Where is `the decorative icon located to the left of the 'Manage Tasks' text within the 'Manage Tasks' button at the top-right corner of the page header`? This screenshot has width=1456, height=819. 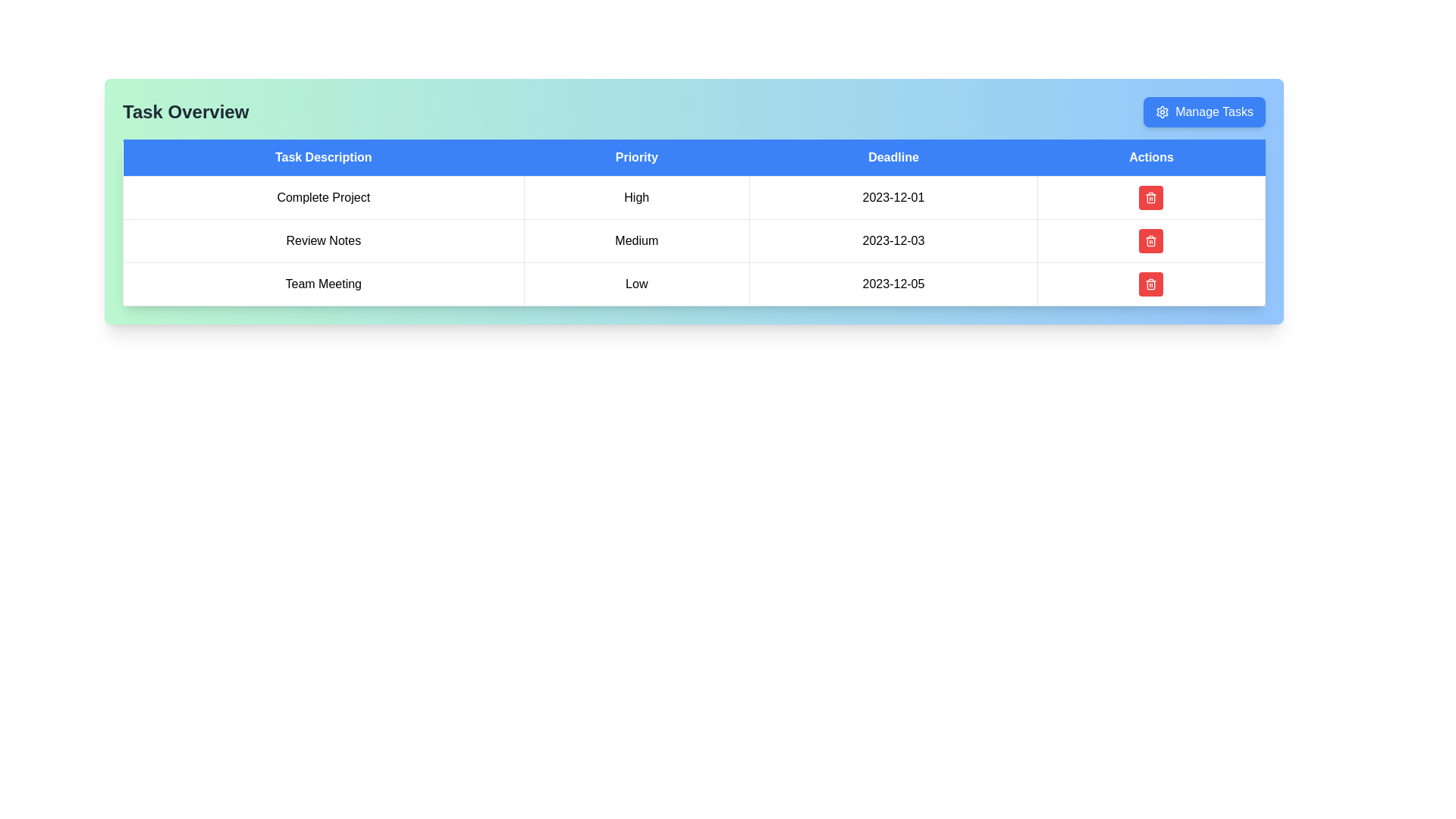 the decorative icon located to the left of the 'Manage Tasks' text within the 'Manage Tasks' button at the top-right corner of the page header is located at coordinates (1162, 111).